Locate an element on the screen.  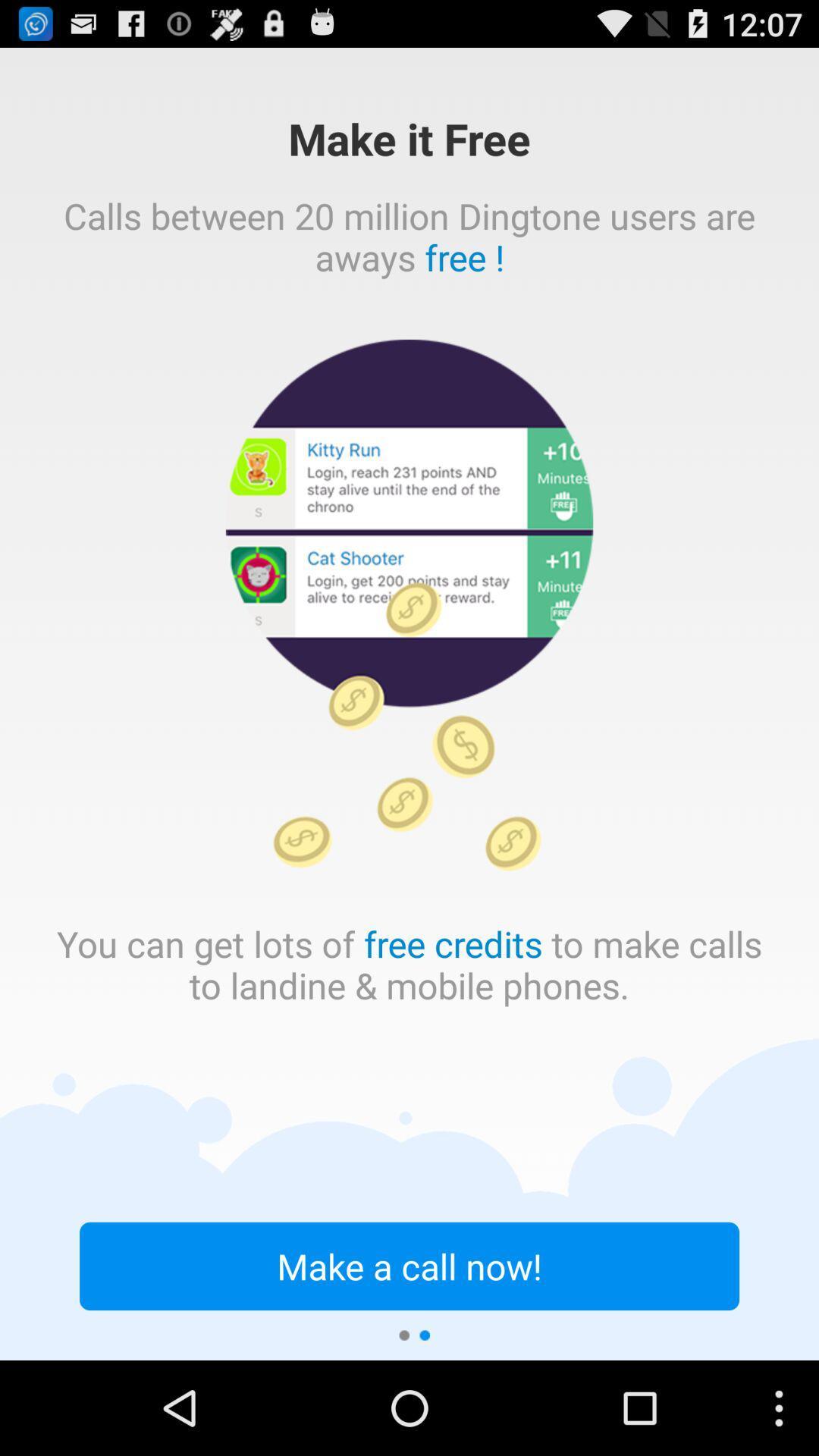
the make a call item is located at coordinates (409, 1266).